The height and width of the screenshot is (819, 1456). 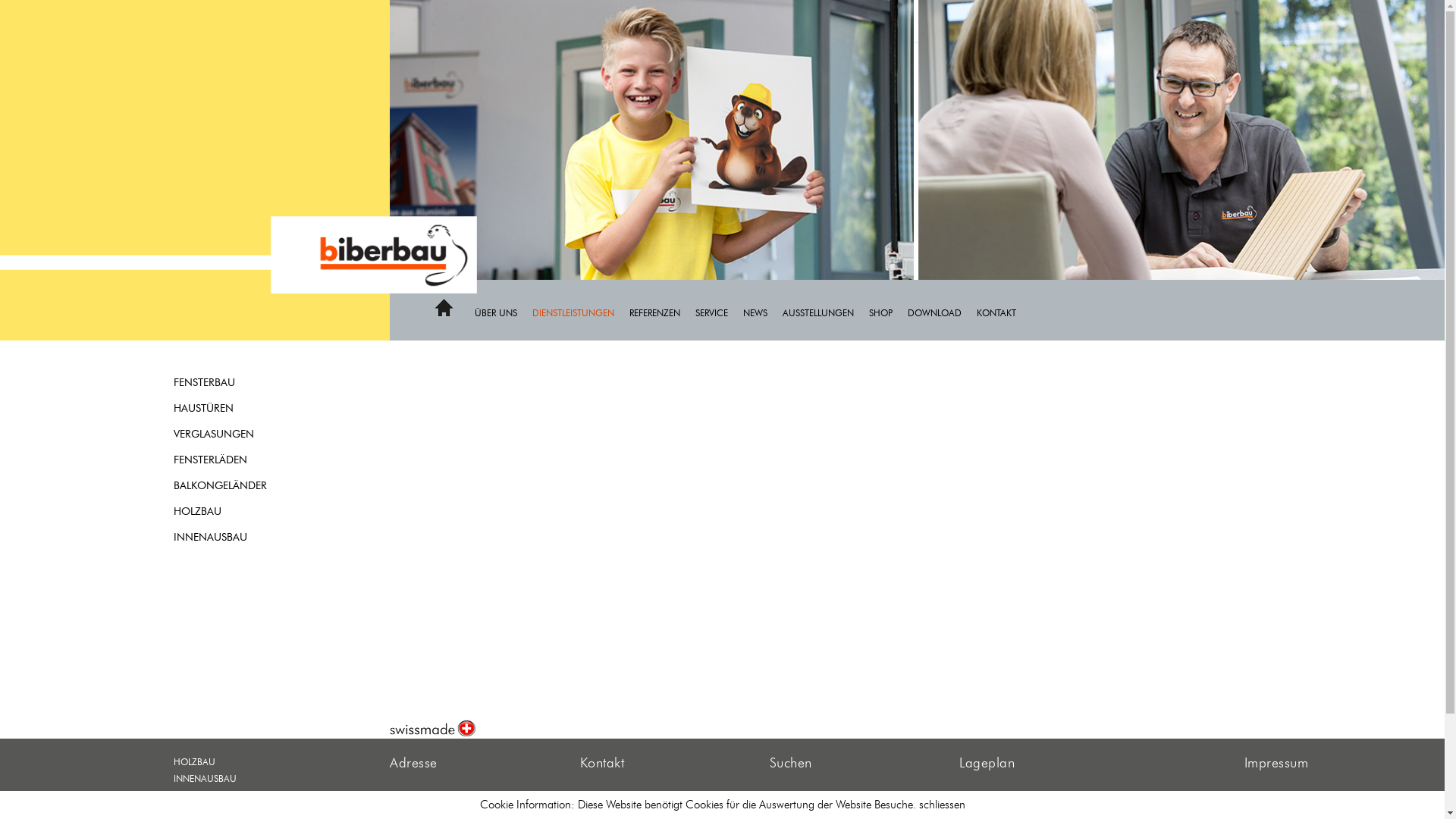 I want to click on 'Home', so click(x=443, y=312).